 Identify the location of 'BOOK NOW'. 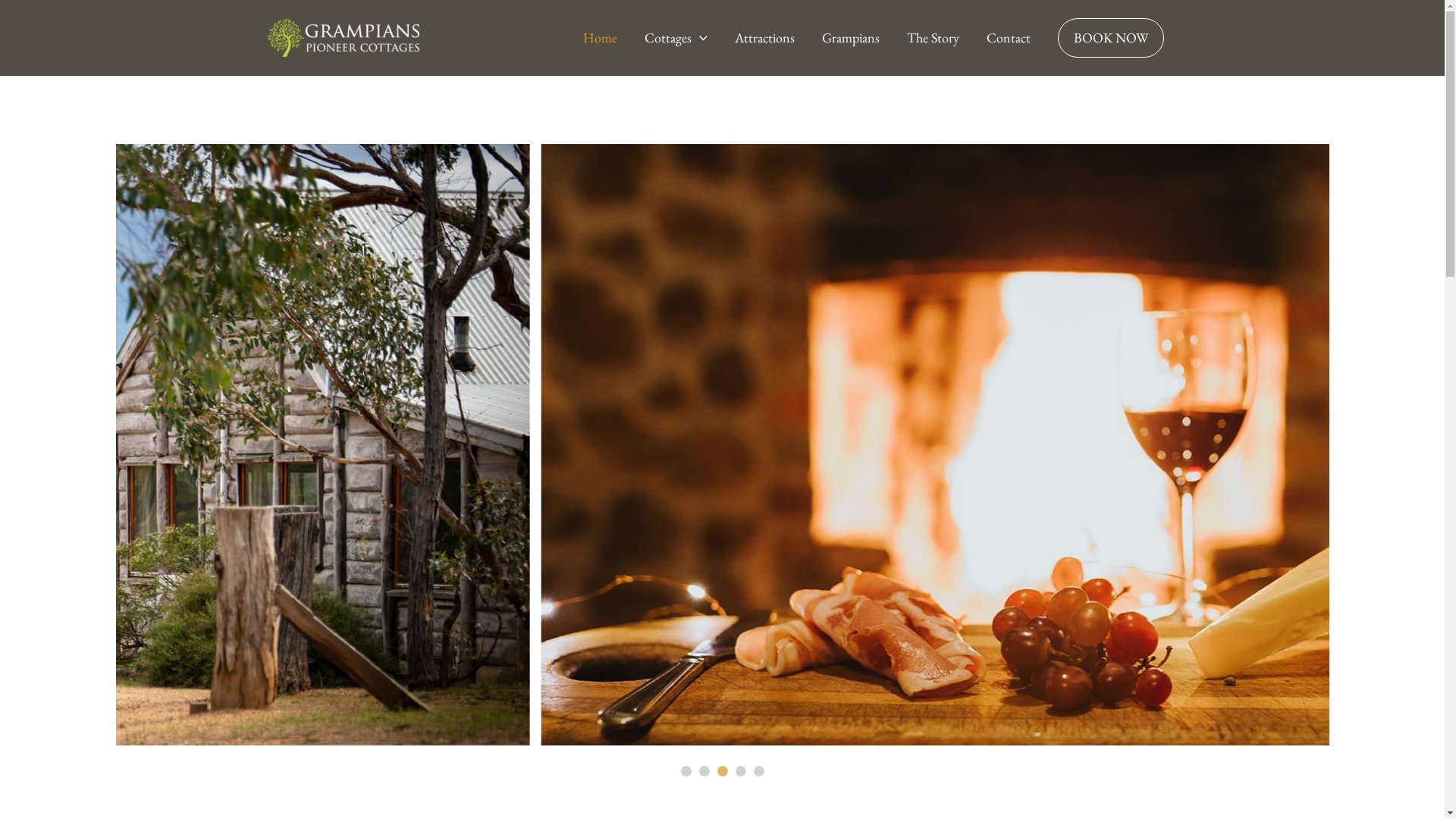
(1043, 37).